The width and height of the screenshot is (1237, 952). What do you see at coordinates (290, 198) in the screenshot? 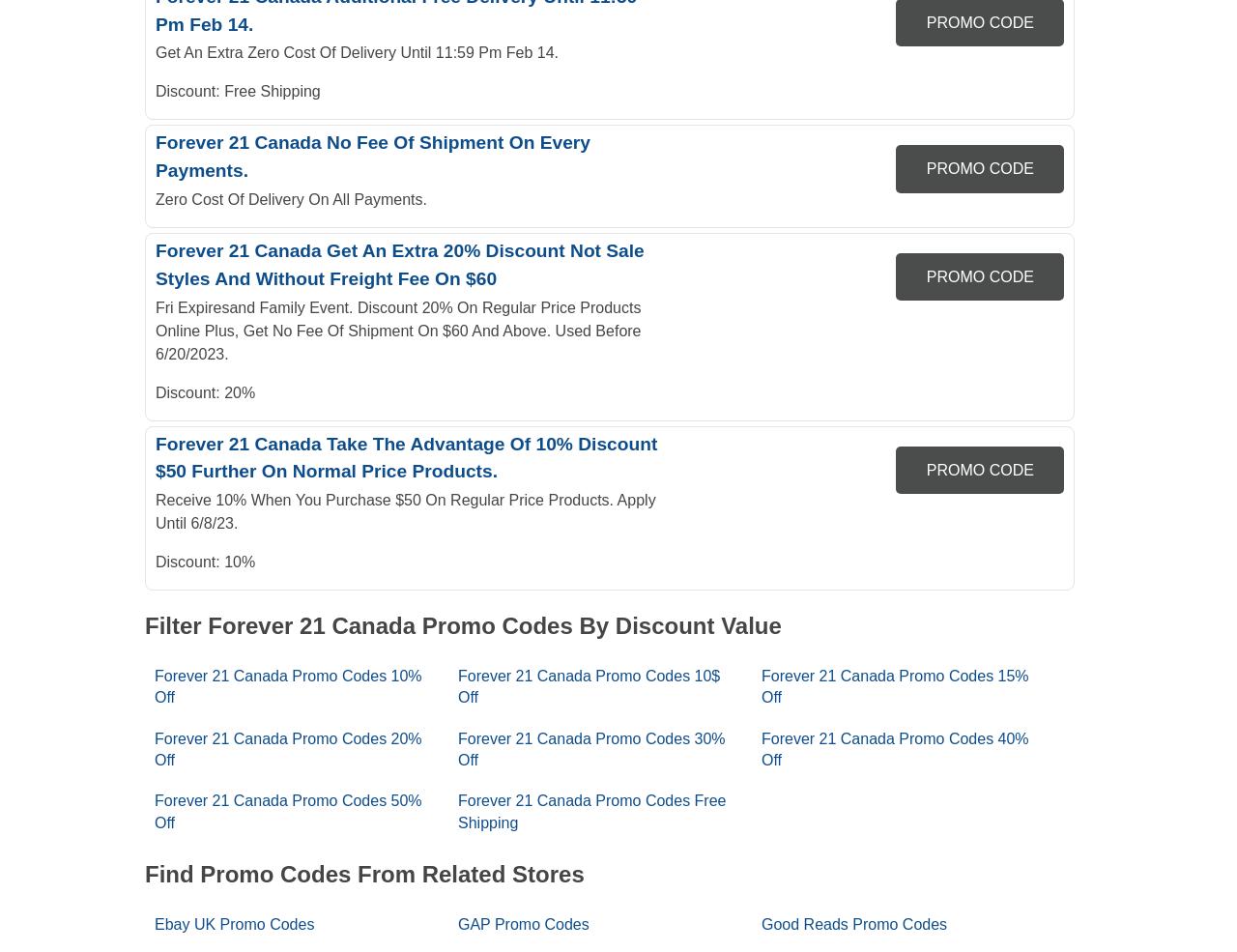
I see `'Zero Cost Of Delivery On All Payments.'` at bounding box center [290, 198].